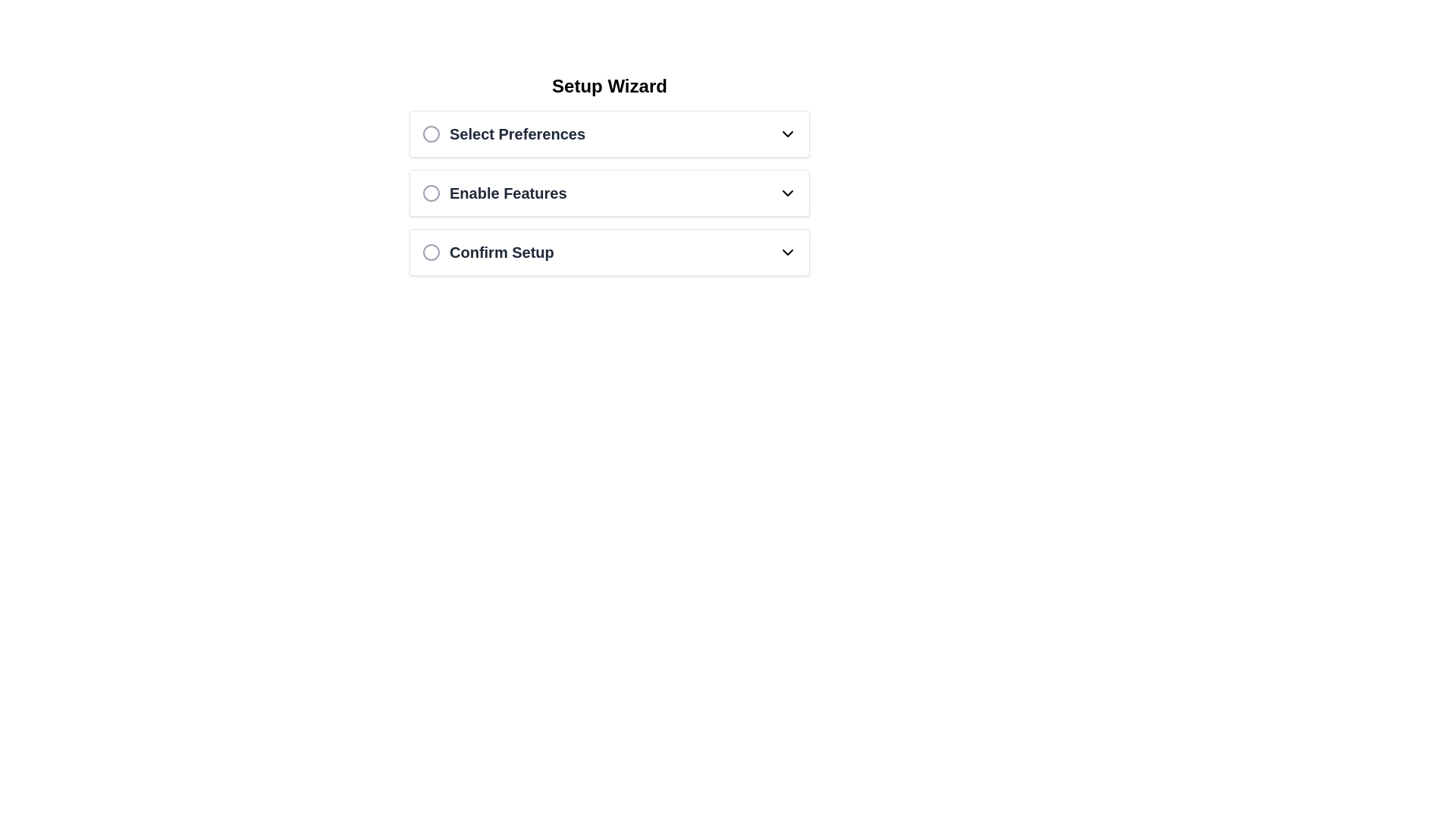 Image resolution: width=1456 pixels, height=819 pixels. I want to click on the Radio button indicator for the 'Enable Features' option, which is a circular component located next to the text 'Enable Features' in the second option of a three-step setup wizard, so click(431, 192).